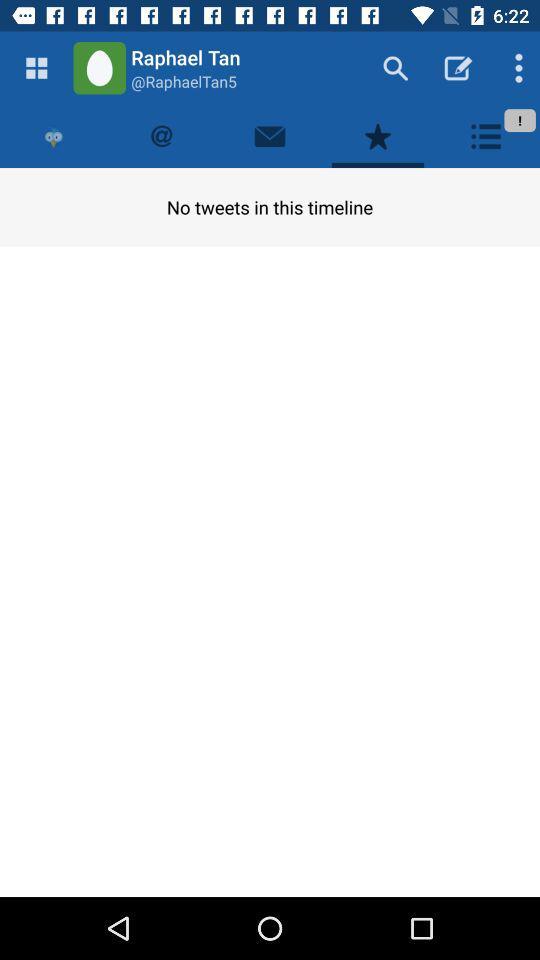  What do you see at coordinates (99, 68) in the screenshot?
I see `green icon` at bounding box center [99, 68].